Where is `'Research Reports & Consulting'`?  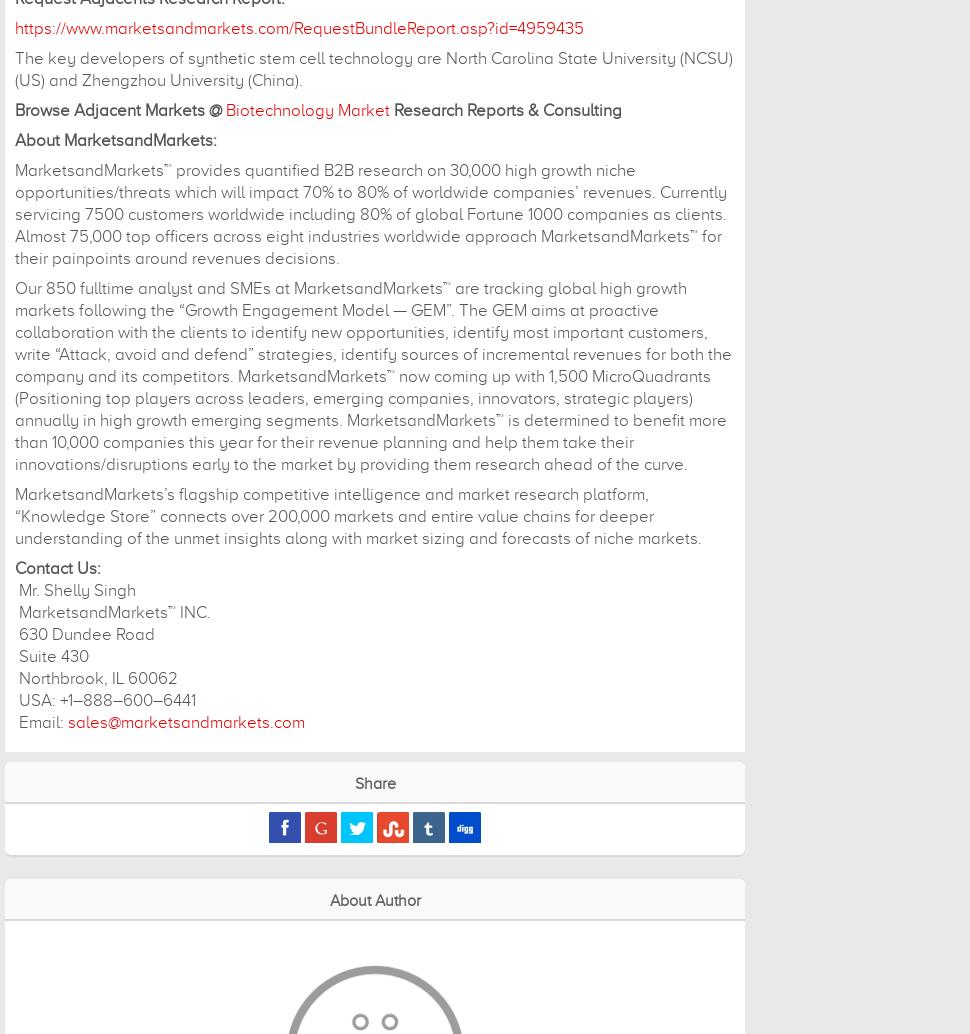 'Research Reports & Consulting' is located at coordinates (390, 110).